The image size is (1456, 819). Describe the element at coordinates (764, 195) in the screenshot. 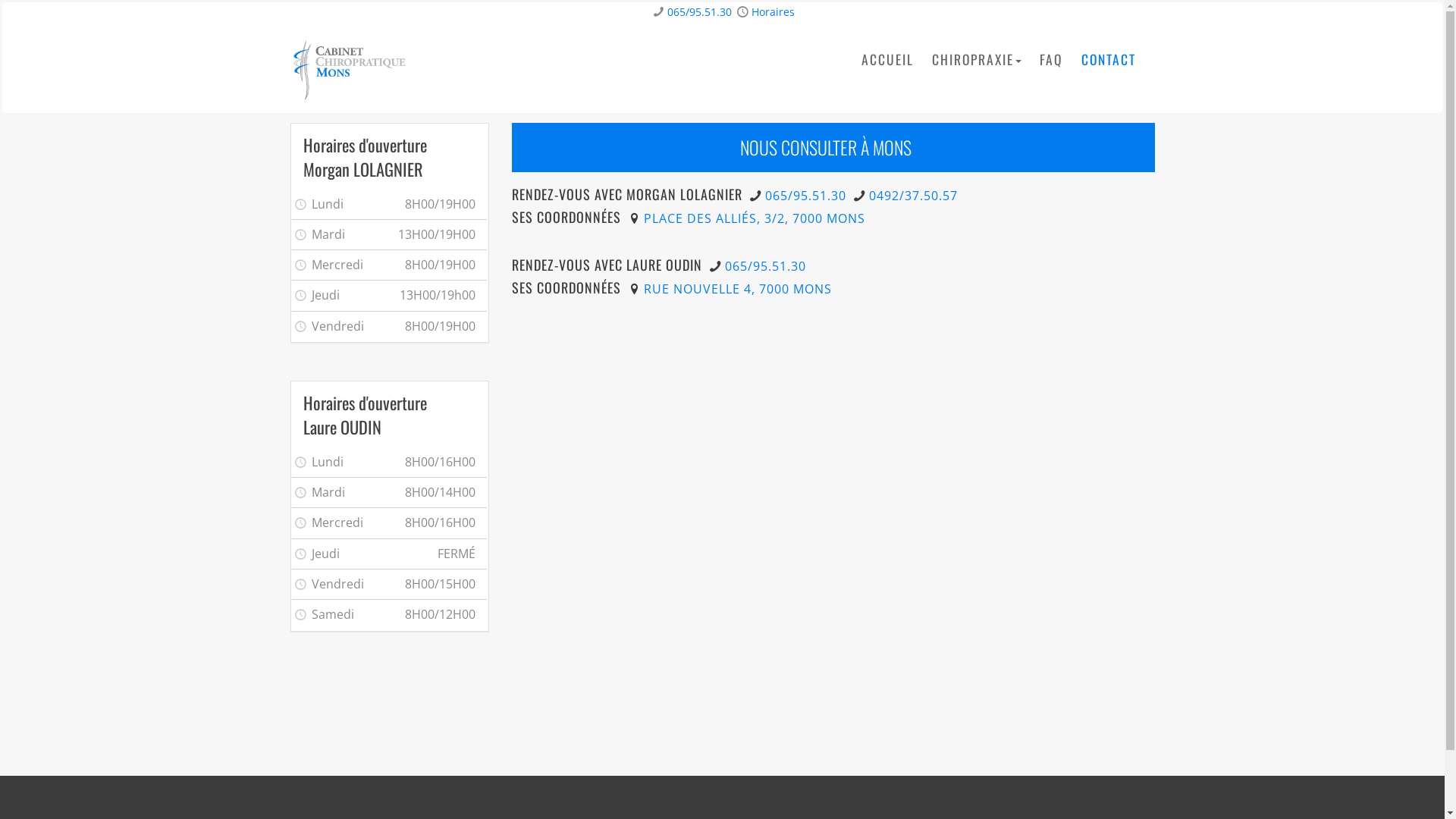

I see `'065/95.51.30'` at that location.